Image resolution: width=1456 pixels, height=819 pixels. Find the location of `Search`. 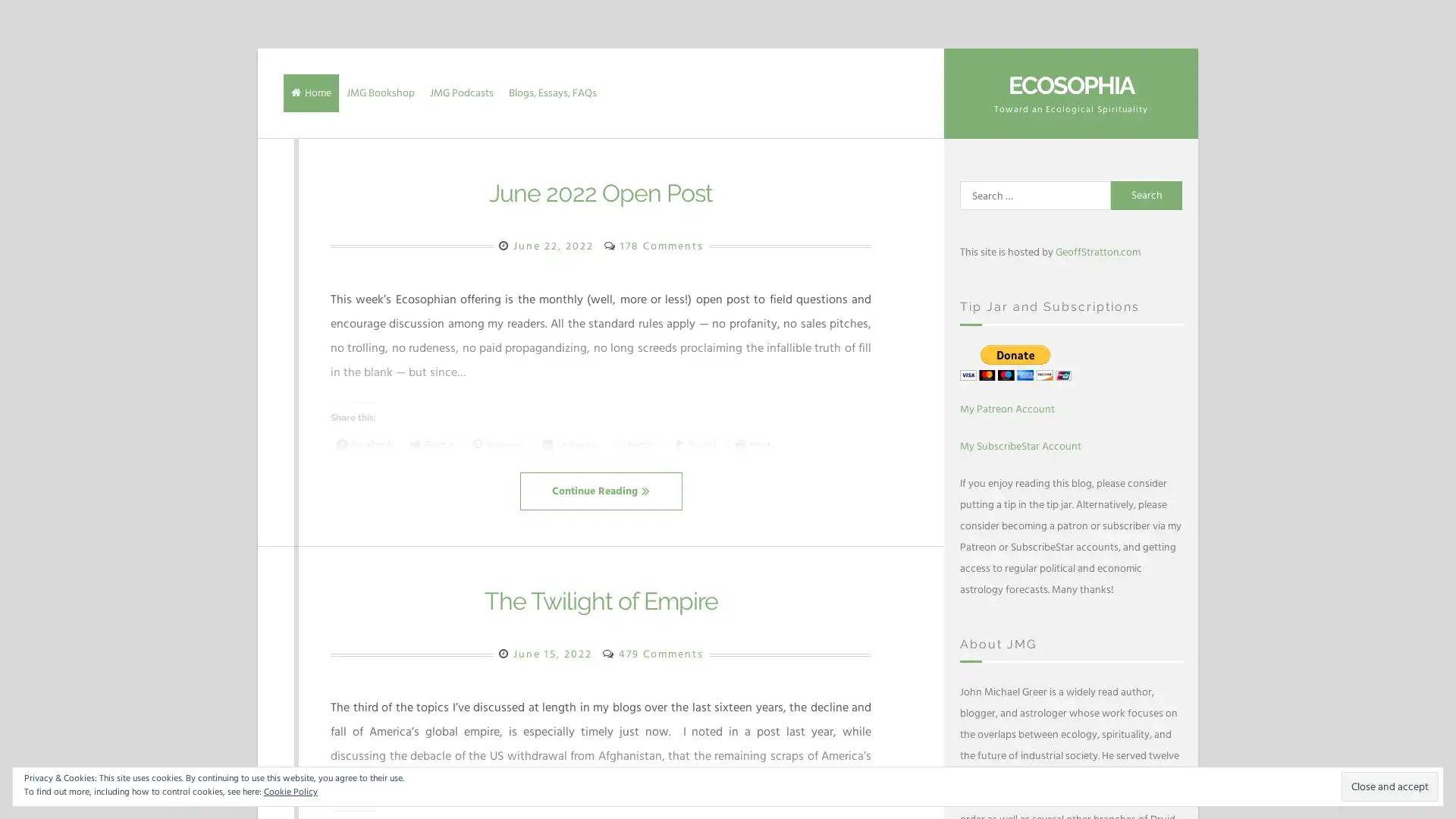

Search is located at coordinates (1147, 195).